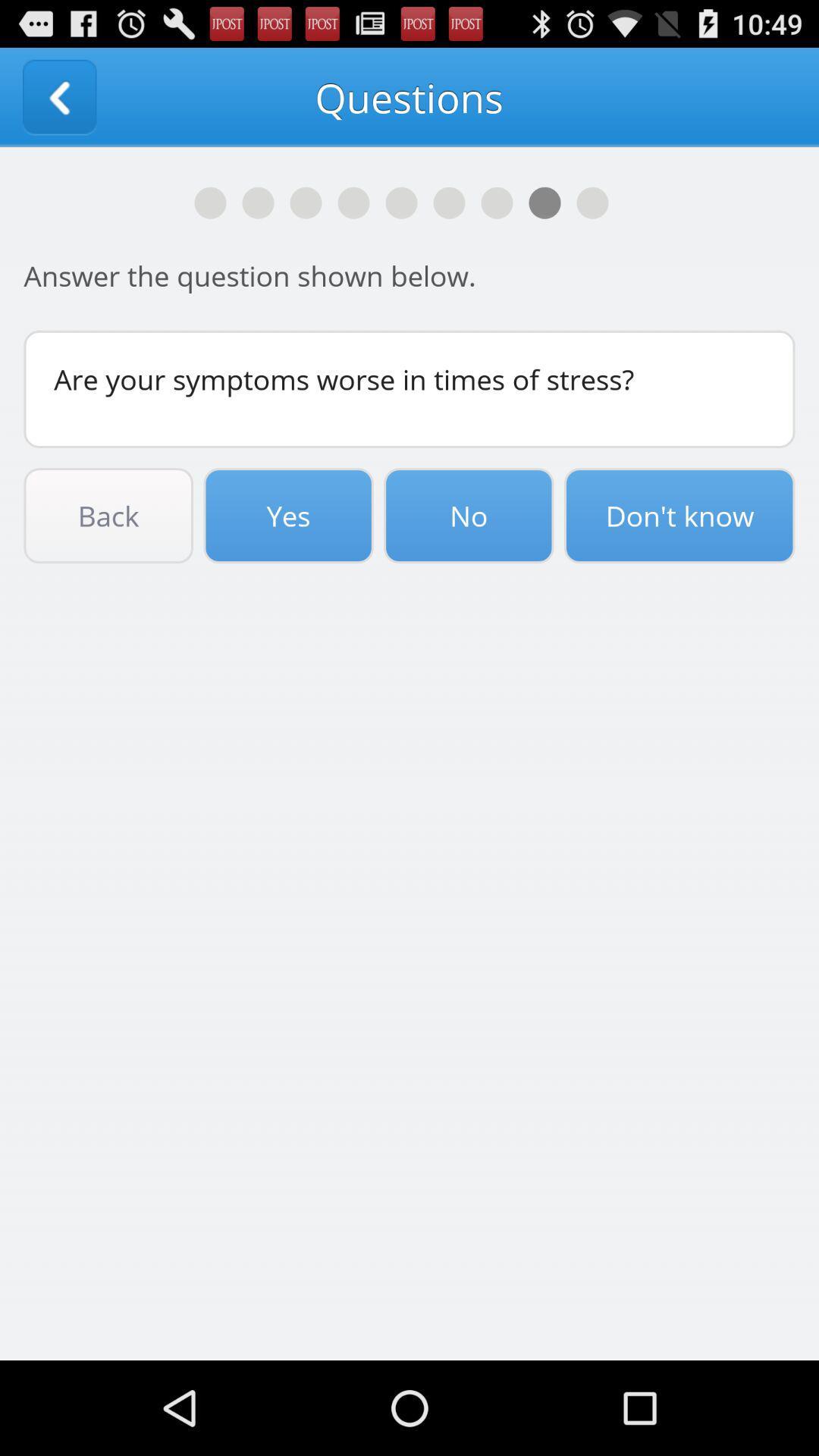 The image size is (819, 1456). Describe the element at coordinates (58, 96) in the screenshot. I see `go back` at that location.